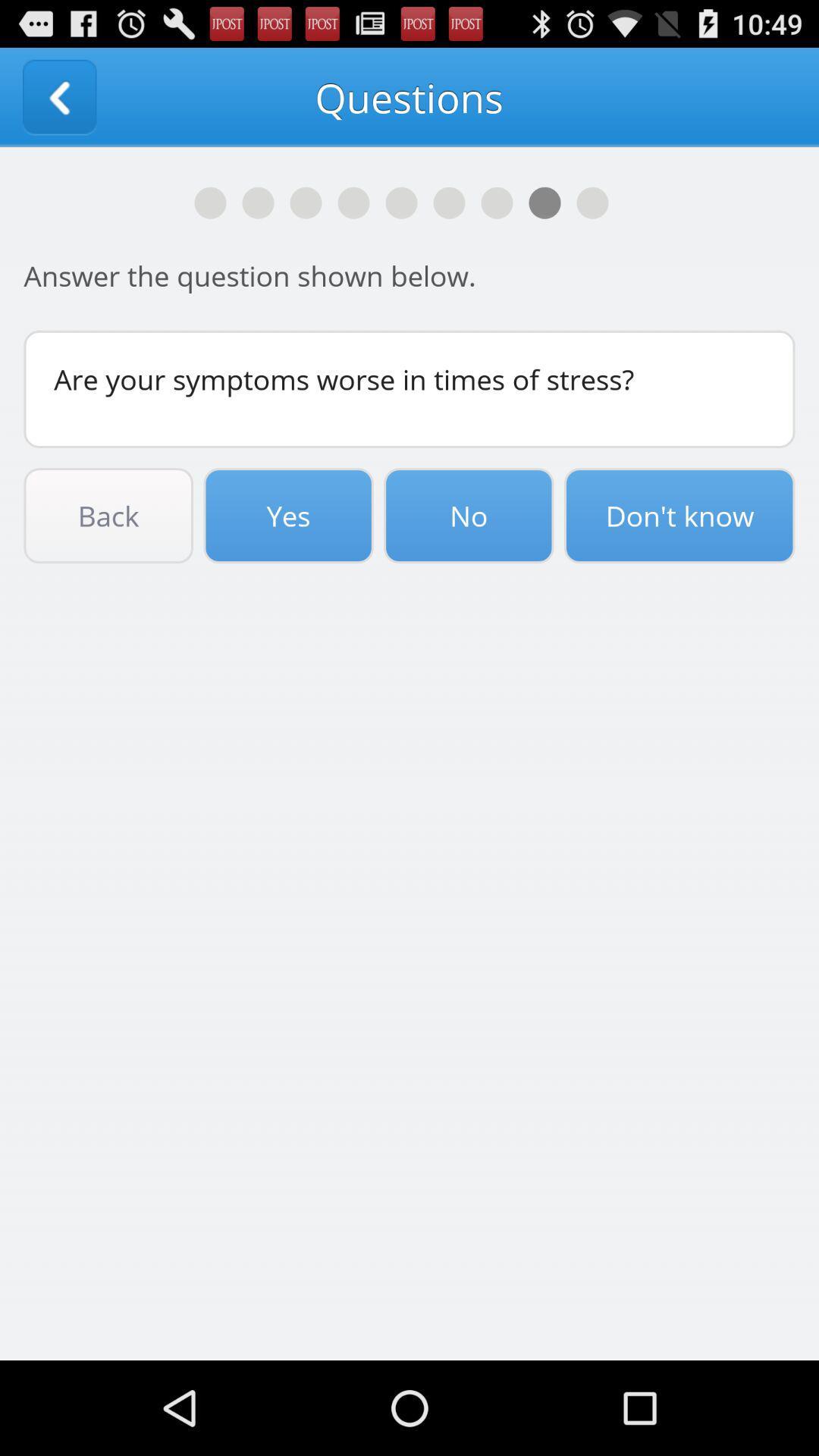 The image size is (819, 1456). Describe the element at coordinates (58, 96) in the screenshot. I see `go back` at that location.